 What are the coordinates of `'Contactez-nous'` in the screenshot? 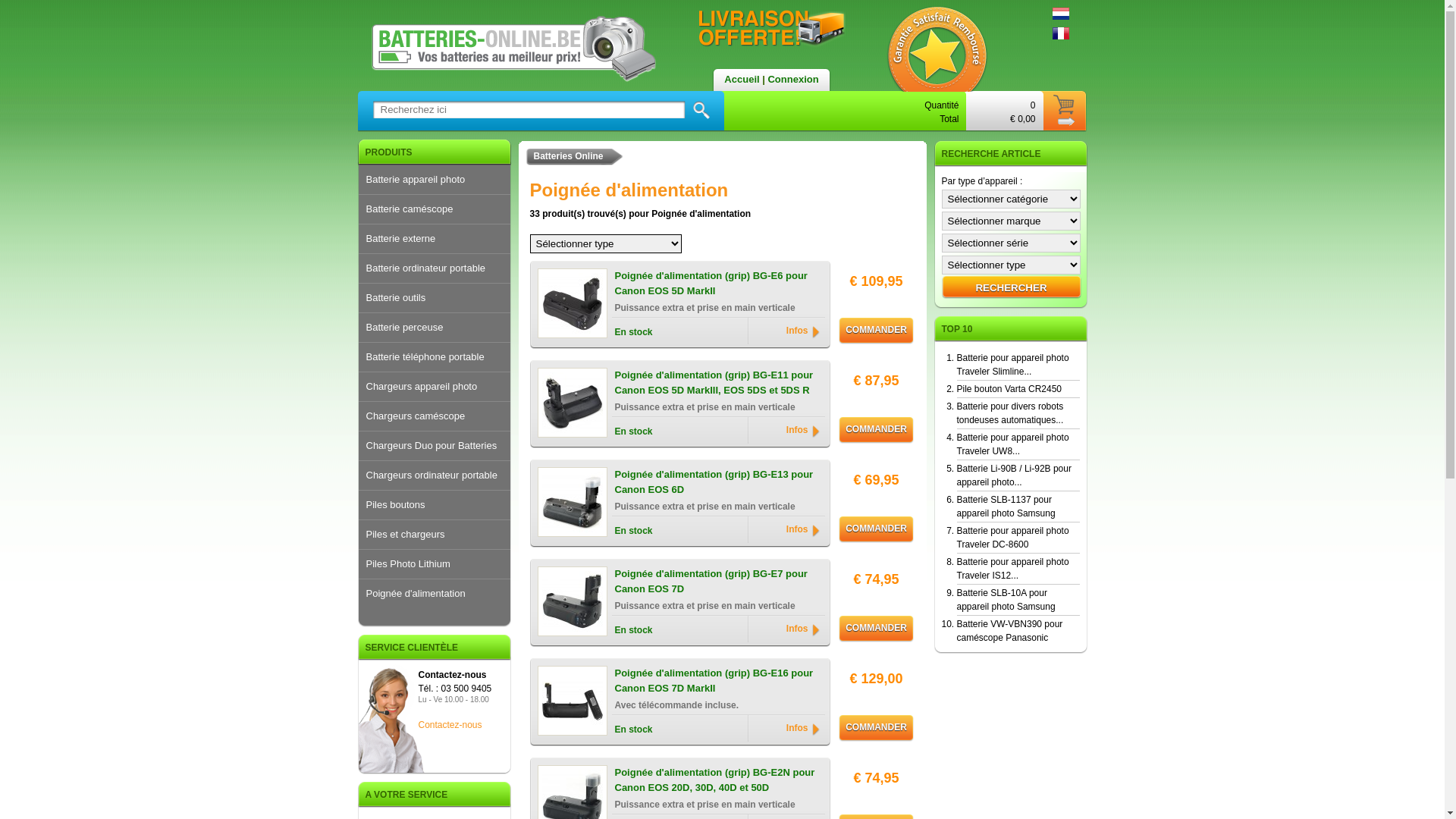 It's located at (450, 724).